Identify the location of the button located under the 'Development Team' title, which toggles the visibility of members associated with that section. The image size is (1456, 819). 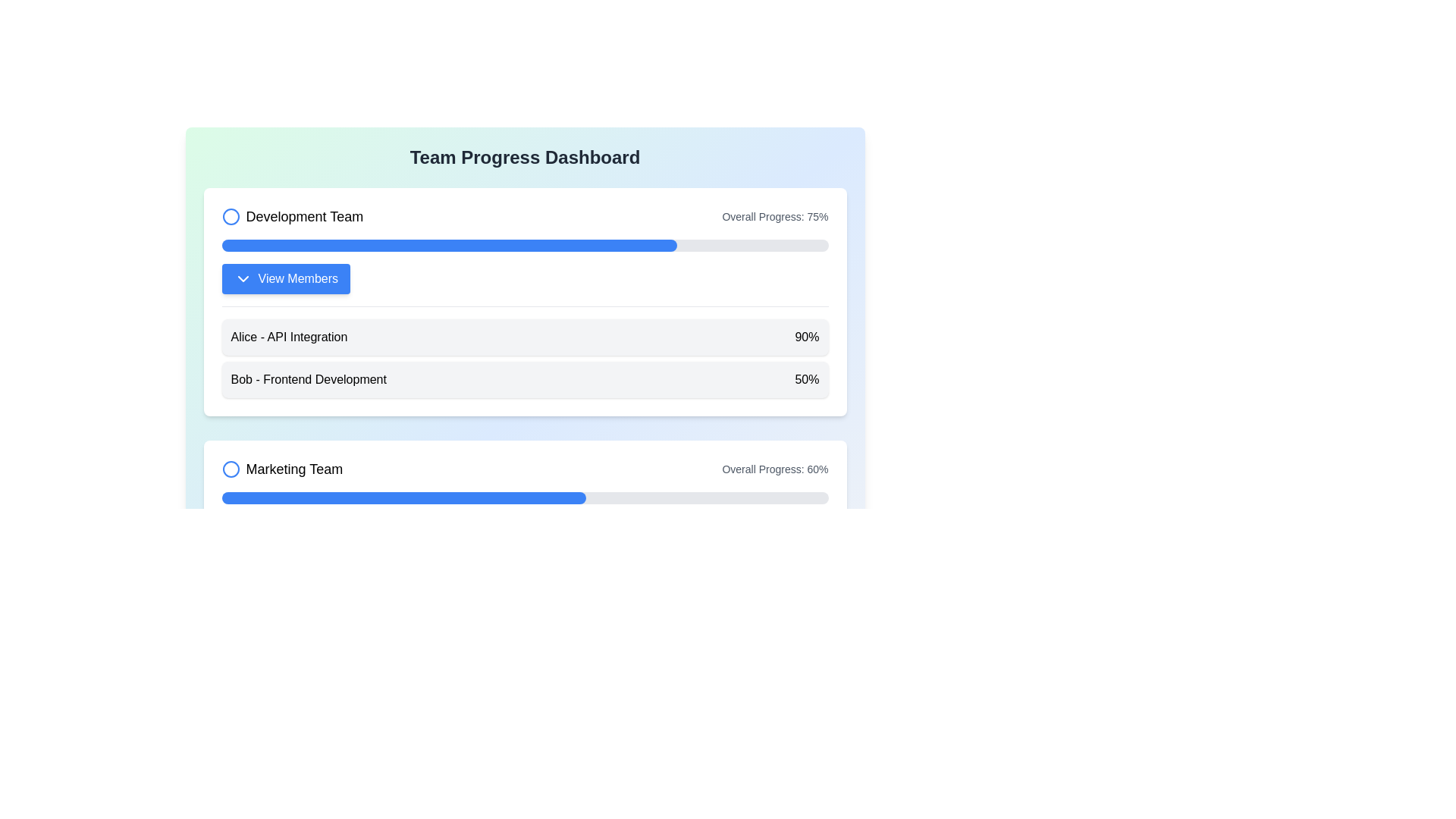
(286, 278).